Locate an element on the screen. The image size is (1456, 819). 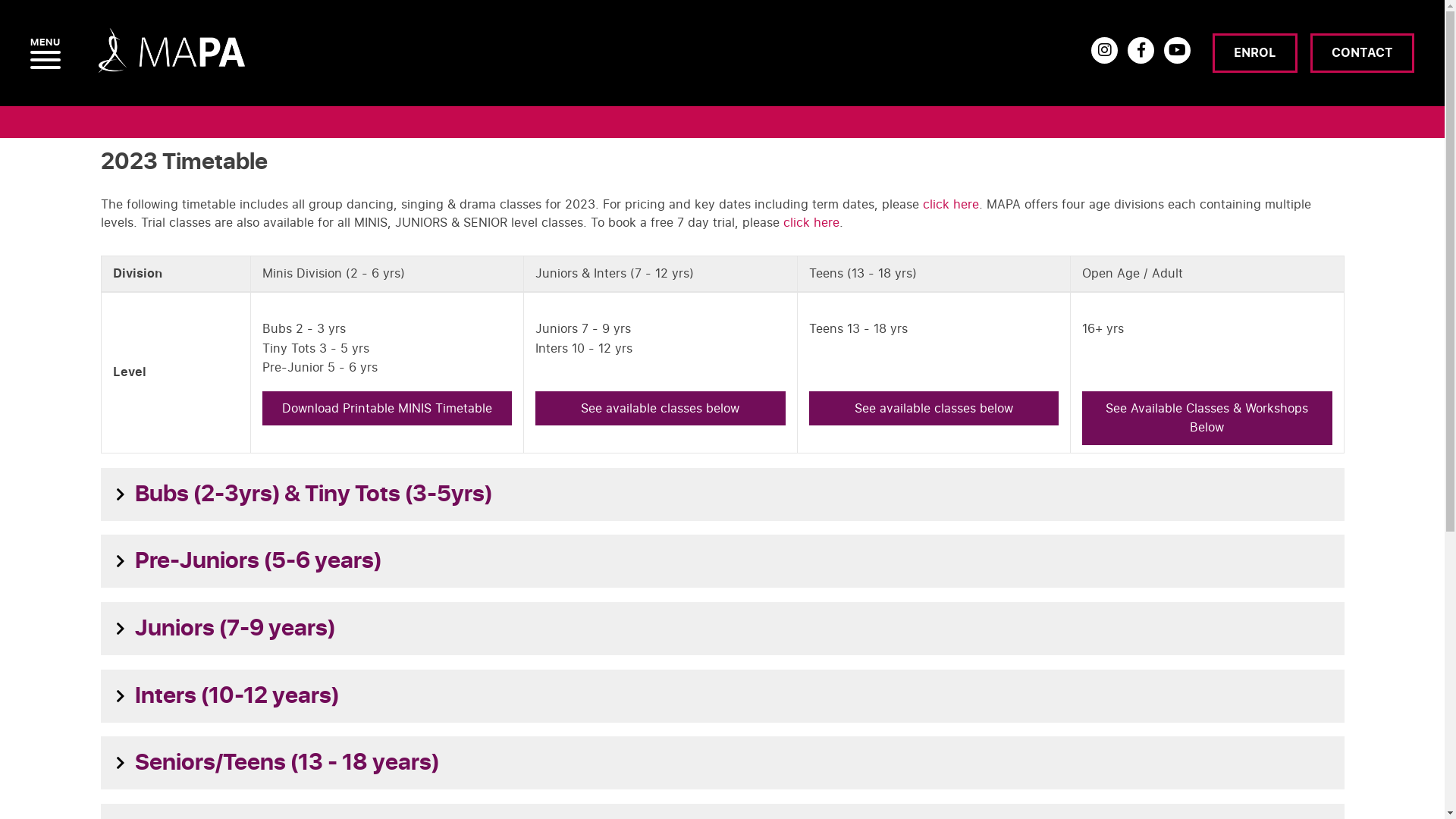
'See available classes below' is located at coordinates (660, 408).